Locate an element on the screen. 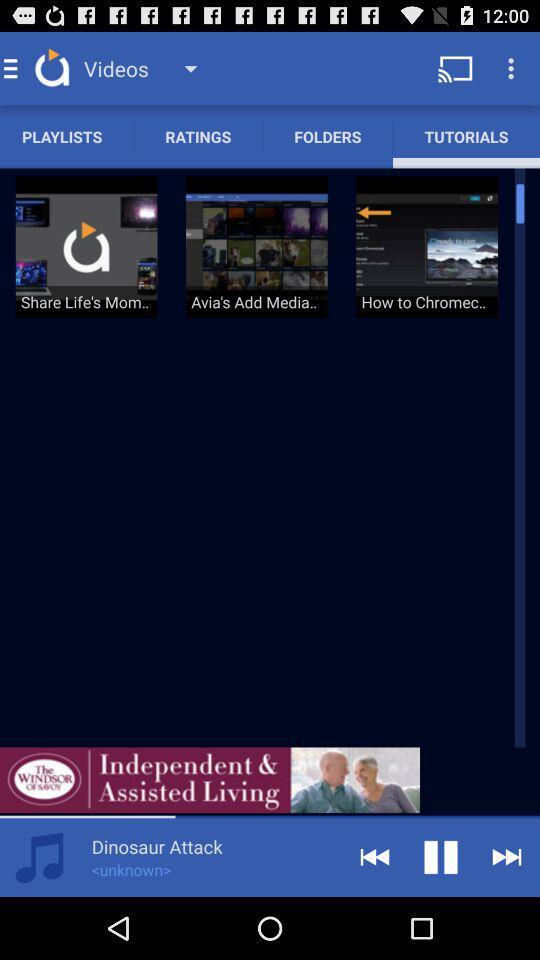  the av_rewind icon is located at coordinates (374, 917).